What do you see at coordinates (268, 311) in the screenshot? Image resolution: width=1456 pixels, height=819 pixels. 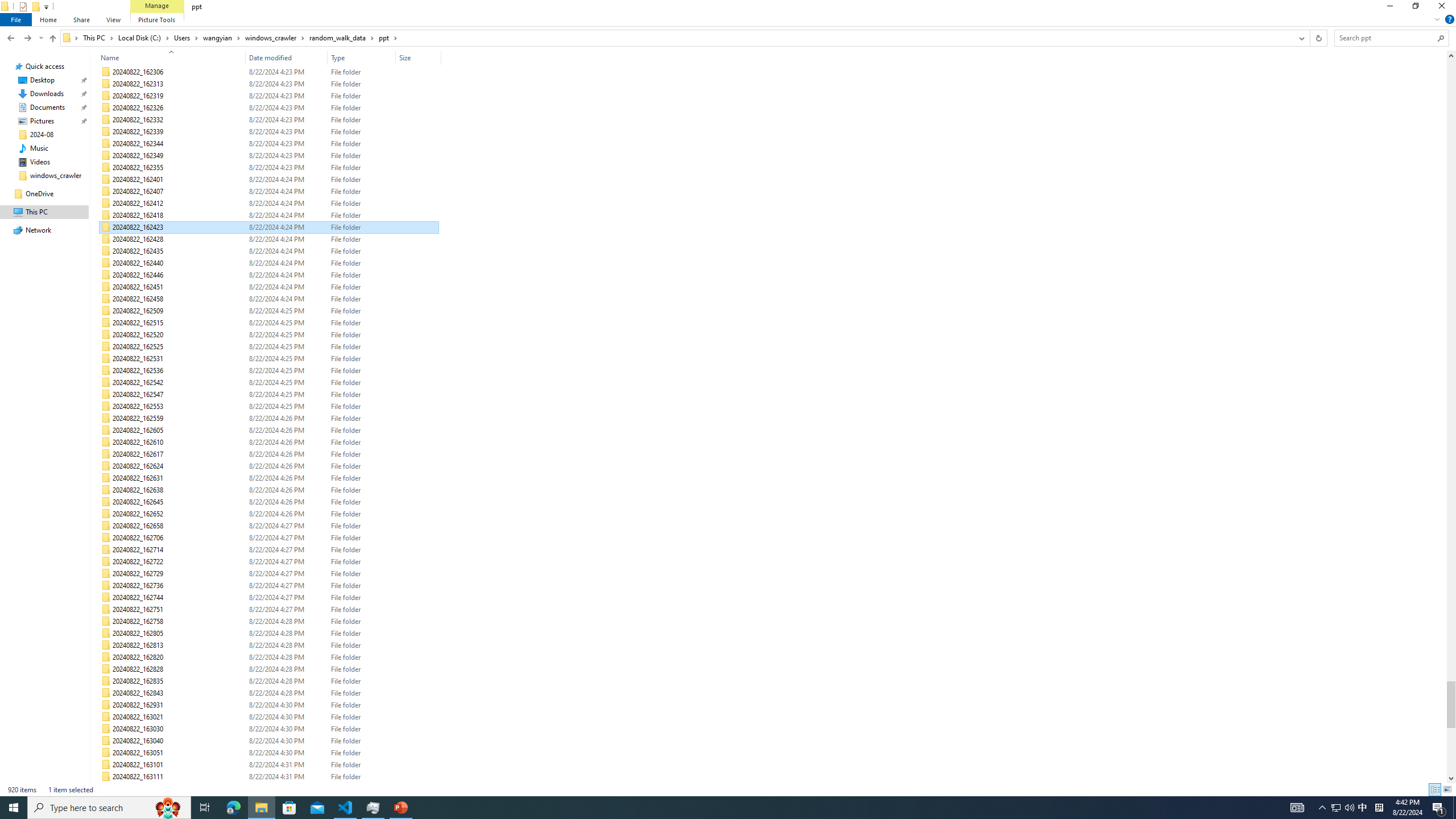 I see `'20240822_162509'` at bounding box center [268, 311].